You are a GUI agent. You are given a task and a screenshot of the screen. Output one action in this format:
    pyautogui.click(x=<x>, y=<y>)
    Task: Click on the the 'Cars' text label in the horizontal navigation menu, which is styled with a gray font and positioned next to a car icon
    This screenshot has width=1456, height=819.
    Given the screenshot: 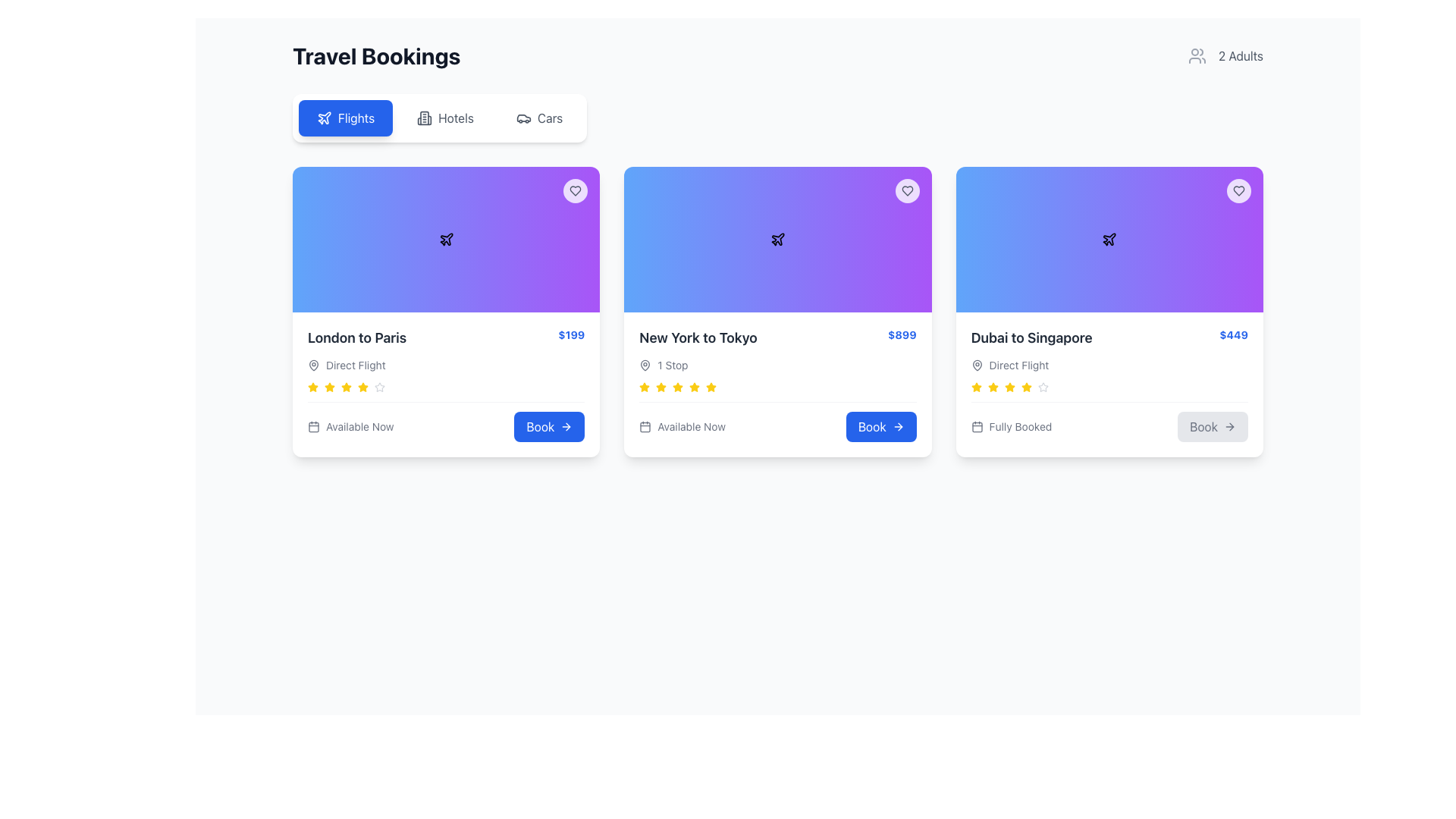 What is the action you would take?
    pyautogui.click(x=549, y=117)
    